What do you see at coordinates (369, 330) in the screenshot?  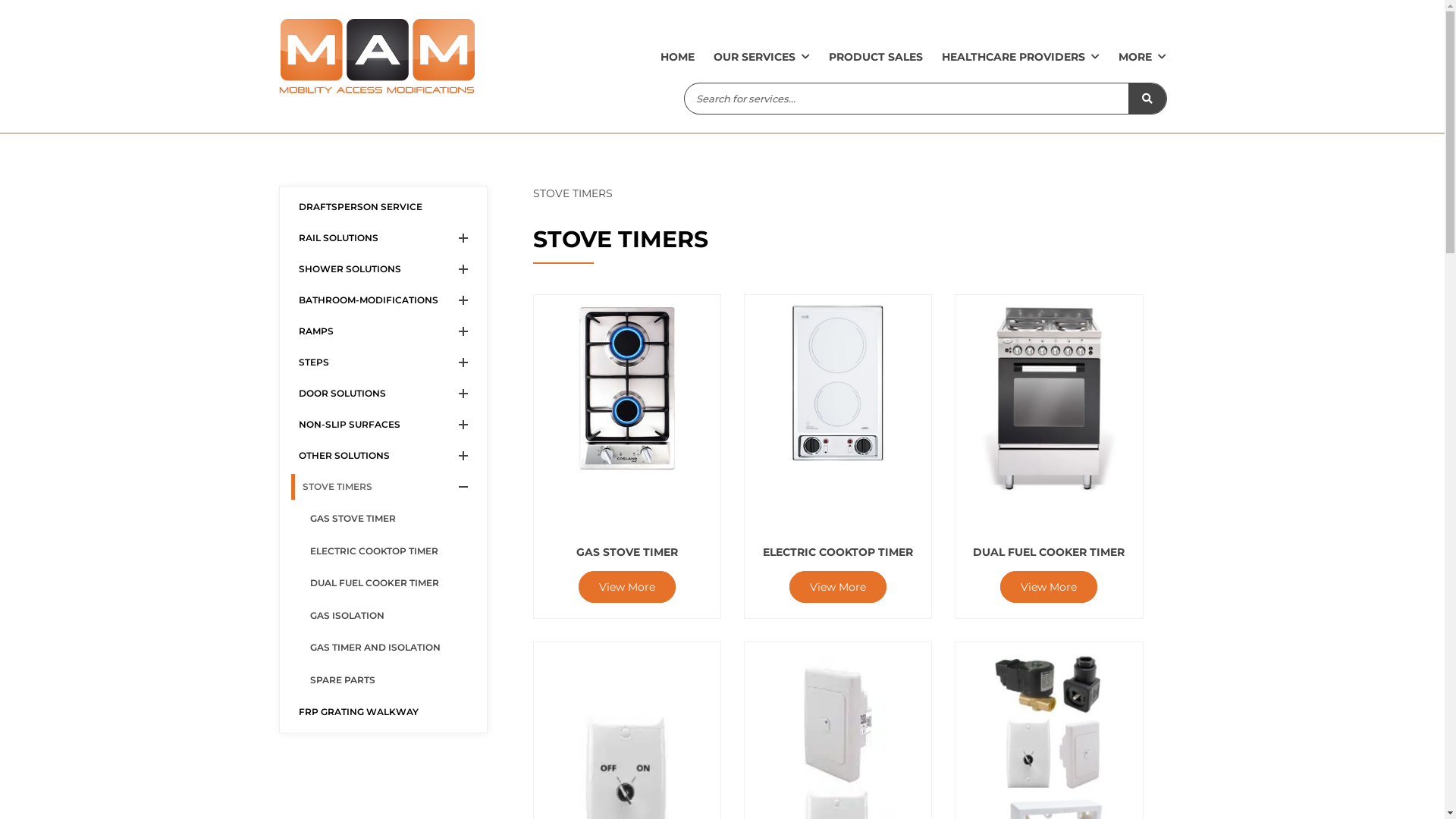 I see `'RAMPS'` at bounding box center [369, 330].